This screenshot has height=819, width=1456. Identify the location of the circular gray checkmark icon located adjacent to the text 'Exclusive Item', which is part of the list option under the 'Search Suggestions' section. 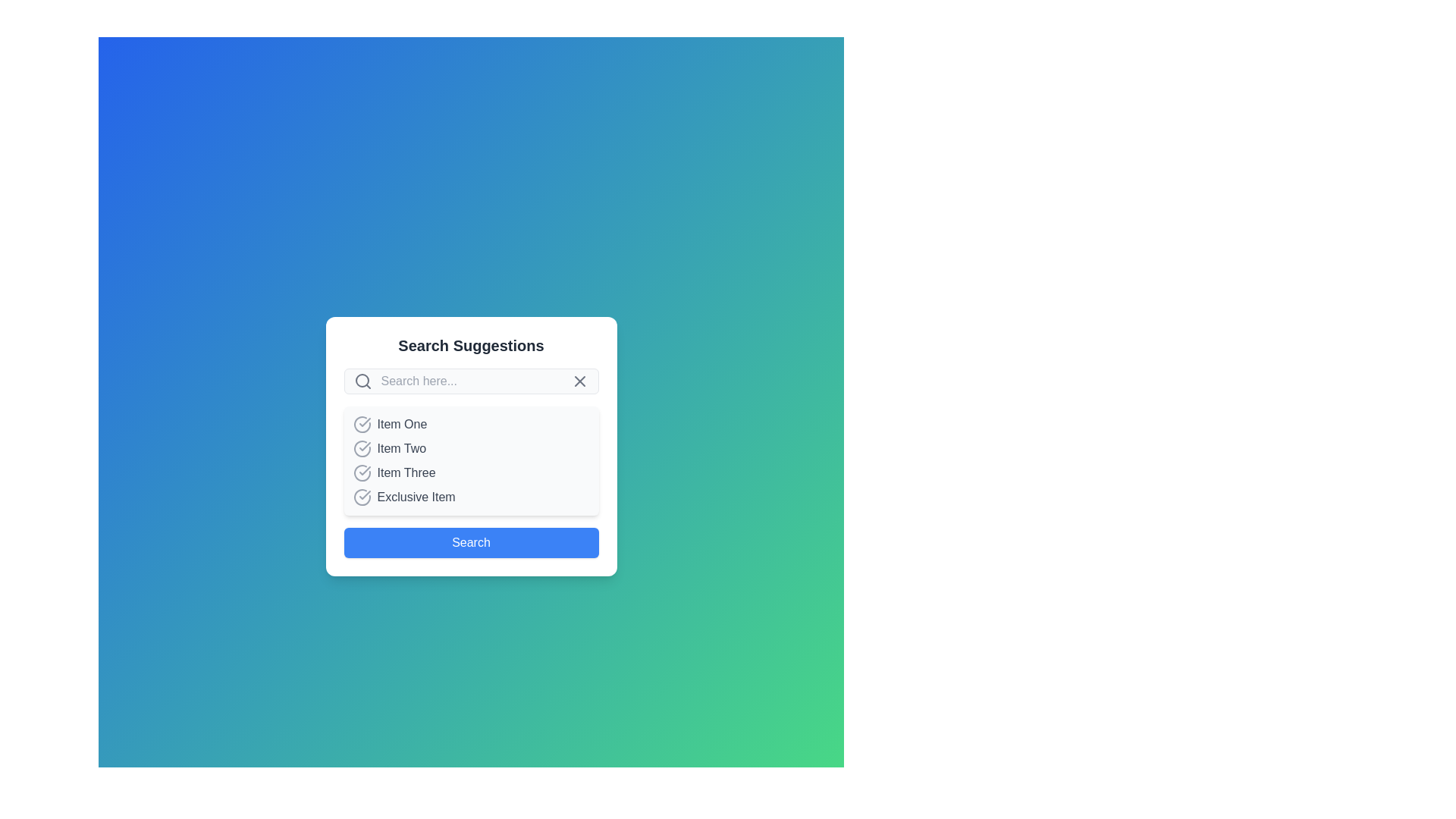
(361, 497).